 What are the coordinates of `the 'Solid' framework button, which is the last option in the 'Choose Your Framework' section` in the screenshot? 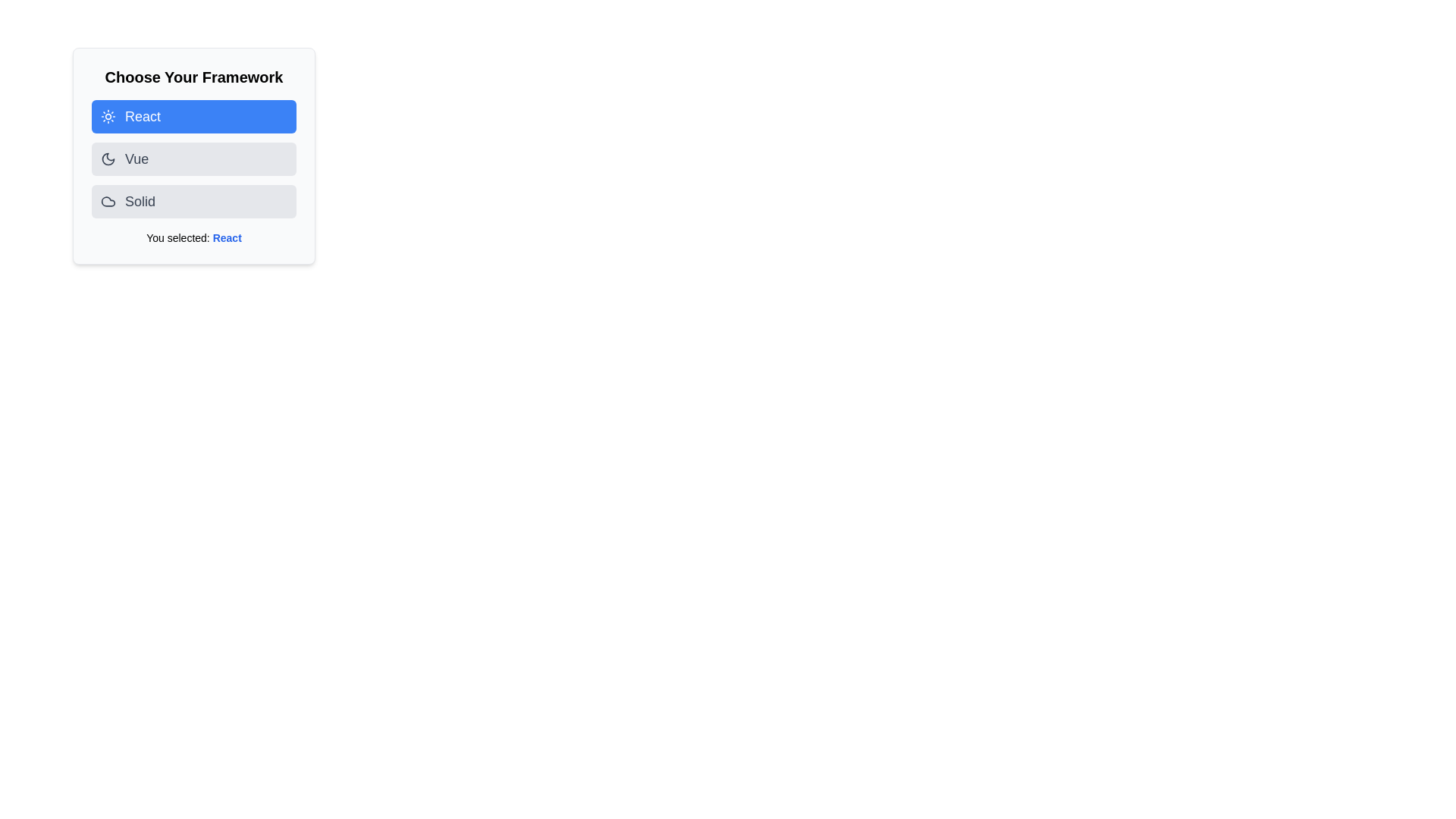 It's located at (193, 201).